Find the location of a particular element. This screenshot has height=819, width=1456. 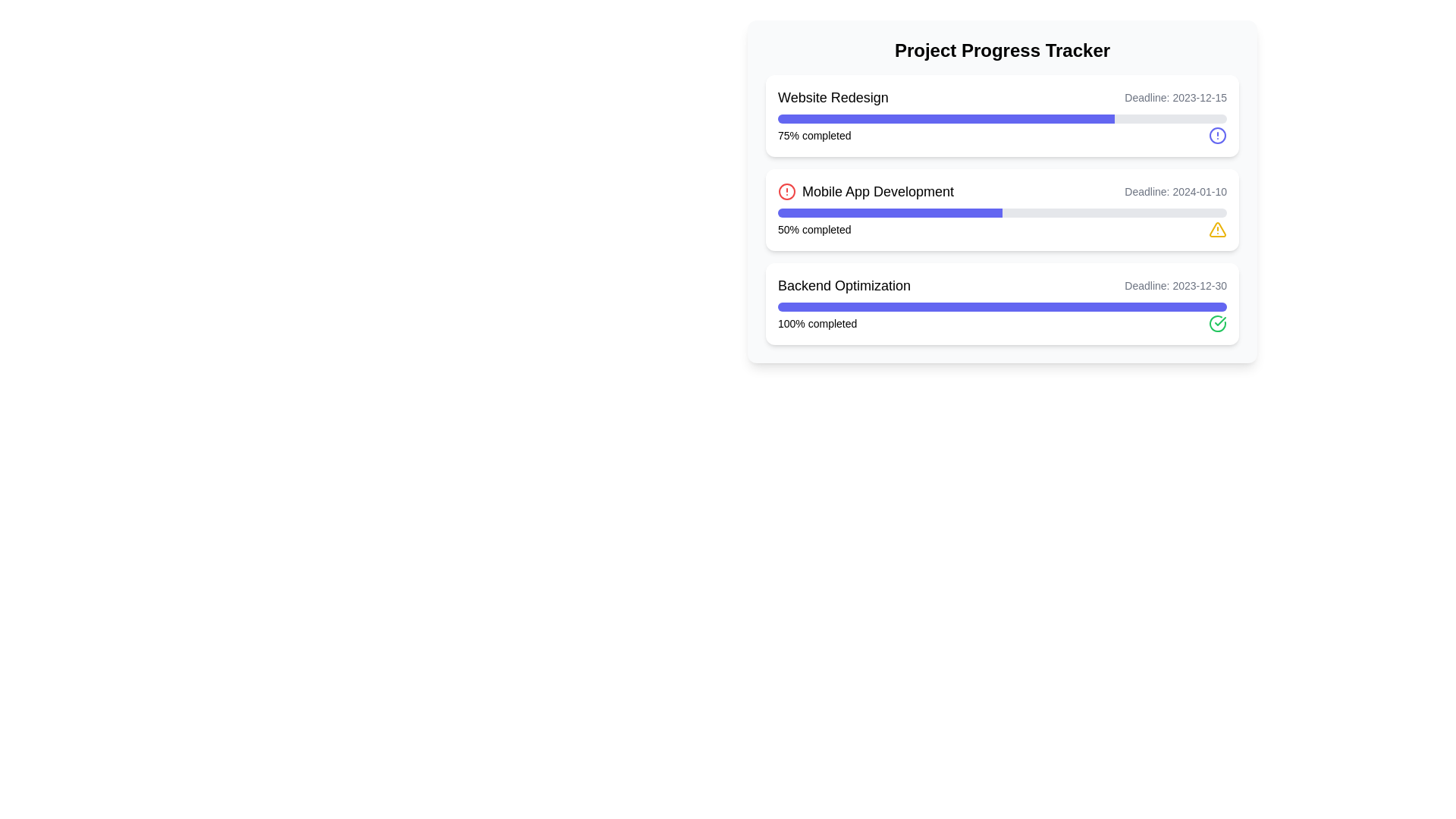

the central bold text 'Mobile App Development' within the text block that contains a red warning icon and a gray deadline text is located at coordinates (1002, 191).